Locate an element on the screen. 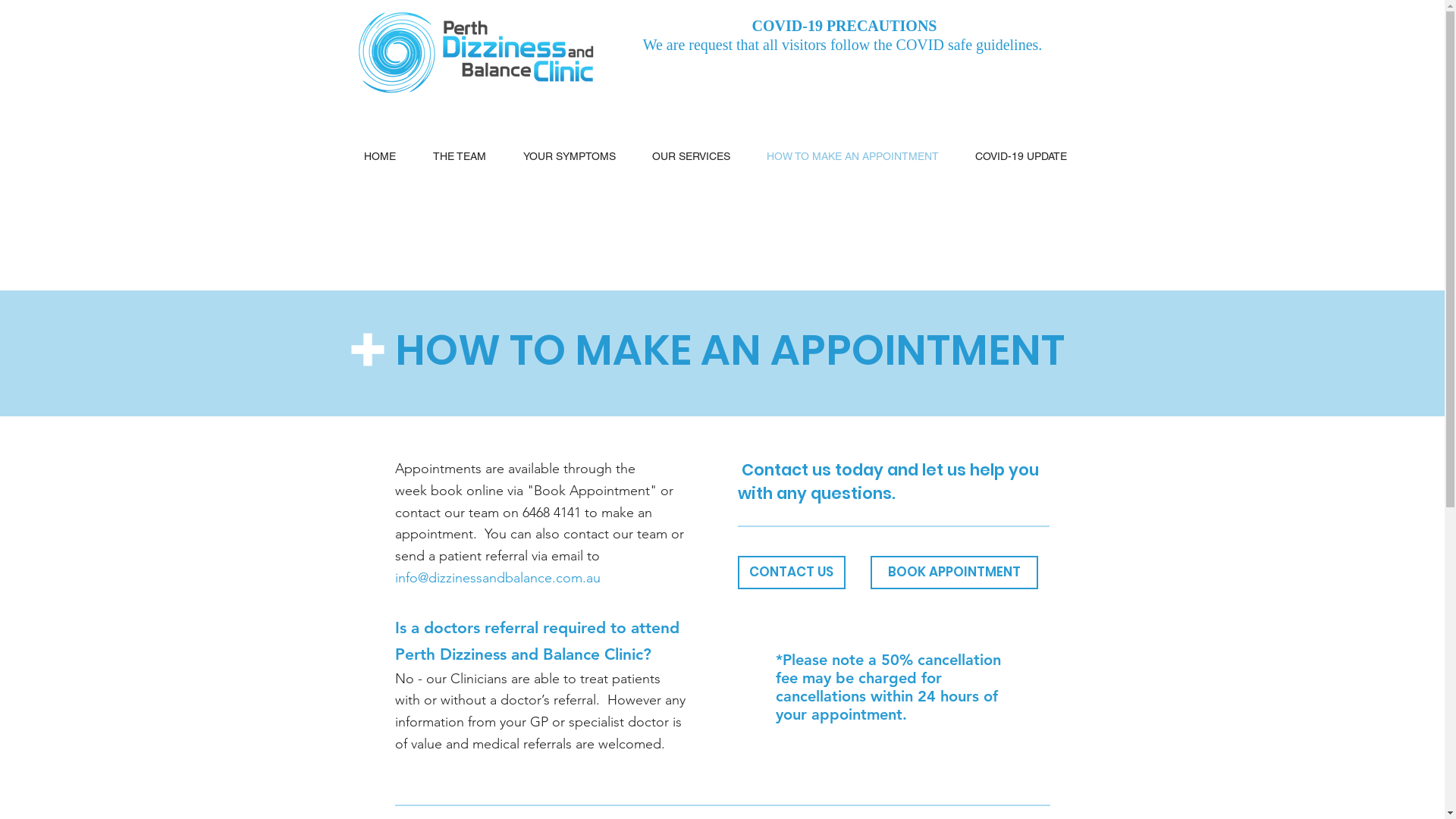 The height and width of the screenshot is (819, 1456). 'HOW TO MAKE AN APPOINTMENT' is located at coordinates (859, 155).